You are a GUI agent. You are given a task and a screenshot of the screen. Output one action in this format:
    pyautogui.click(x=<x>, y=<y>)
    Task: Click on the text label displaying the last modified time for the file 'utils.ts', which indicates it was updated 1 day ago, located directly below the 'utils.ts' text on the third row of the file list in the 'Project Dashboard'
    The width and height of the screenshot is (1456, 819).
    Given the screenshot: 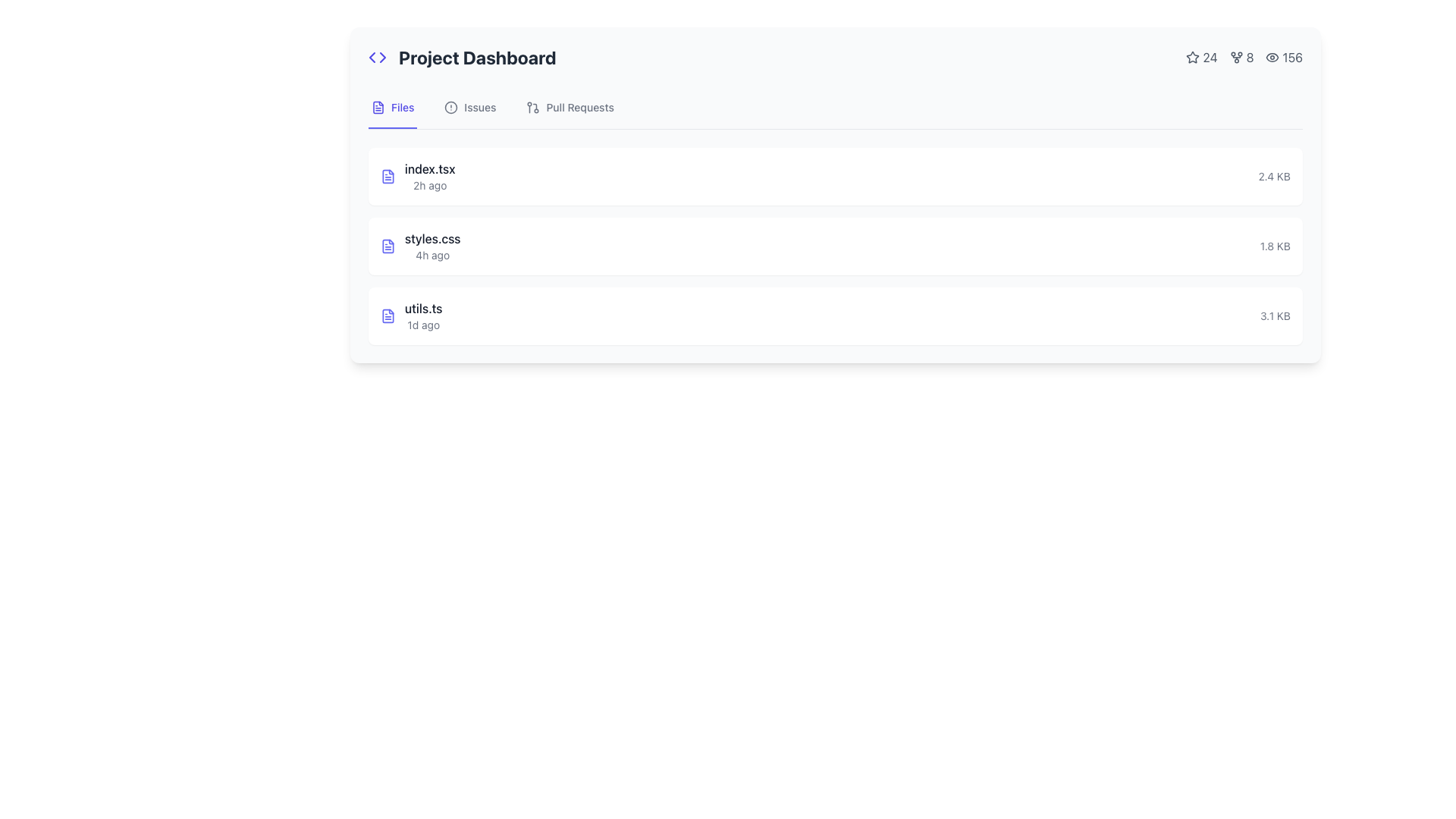 What is the action you would take?
    pyautogui.click(x=423, y=324)
    